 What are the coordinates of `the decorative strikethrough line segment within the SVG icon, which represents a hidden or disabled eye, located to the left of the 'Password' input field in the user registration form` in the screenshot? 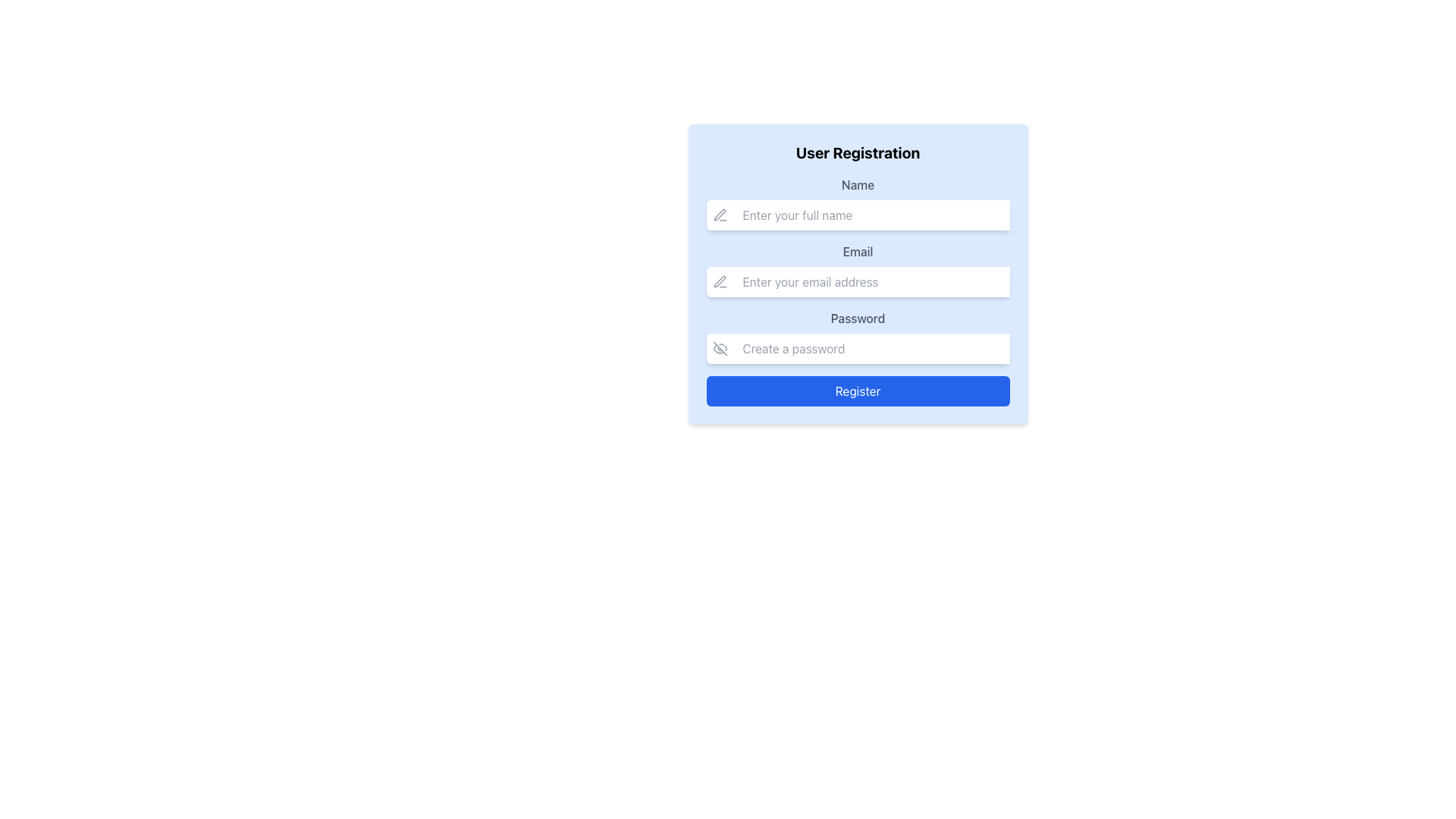 It's located at (719, 348).